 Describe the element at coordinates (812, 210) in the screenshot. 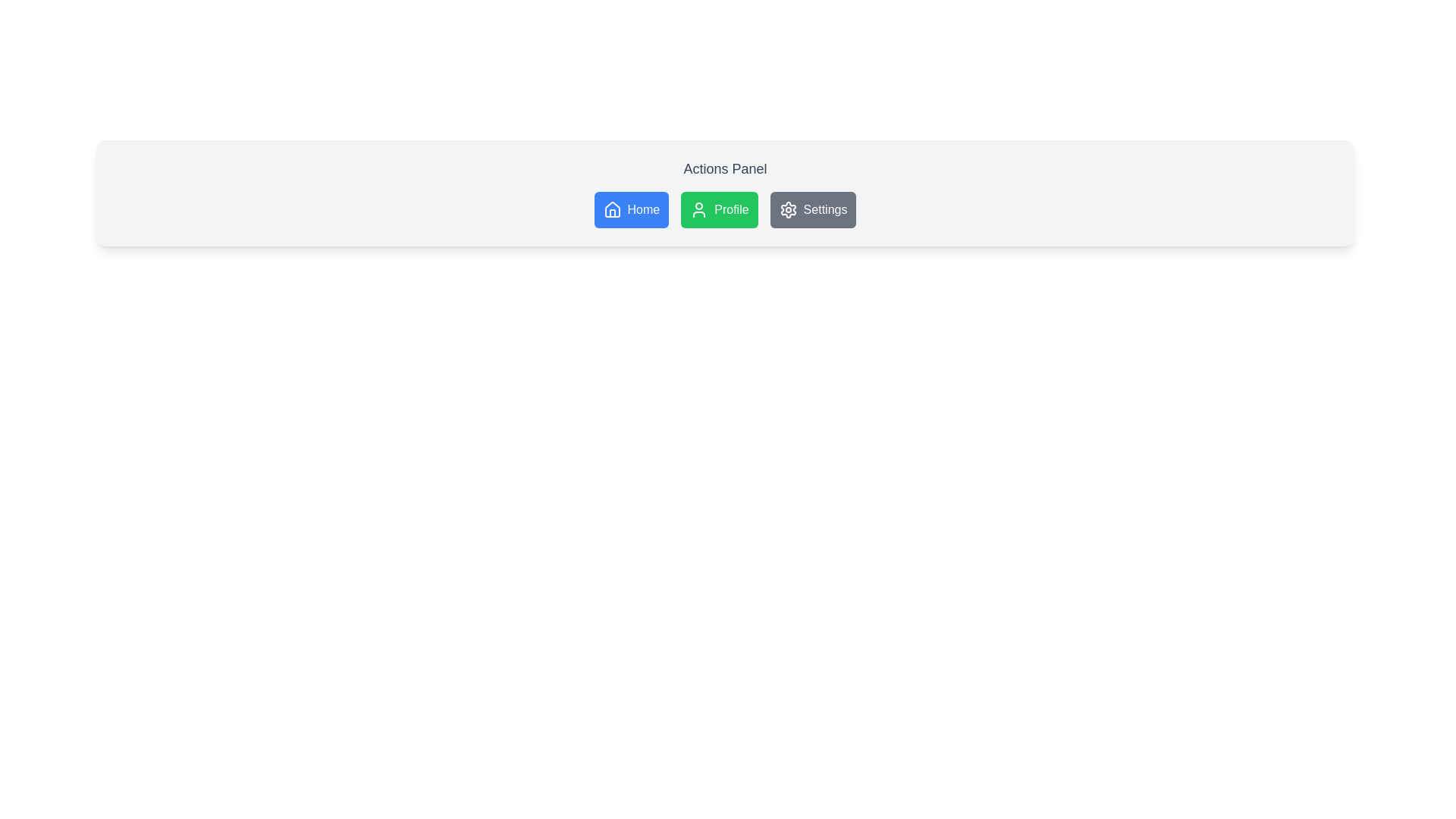

I see `the 'Settings' button, which has a gray background, white text, and a gear icon on its left side` at that location.